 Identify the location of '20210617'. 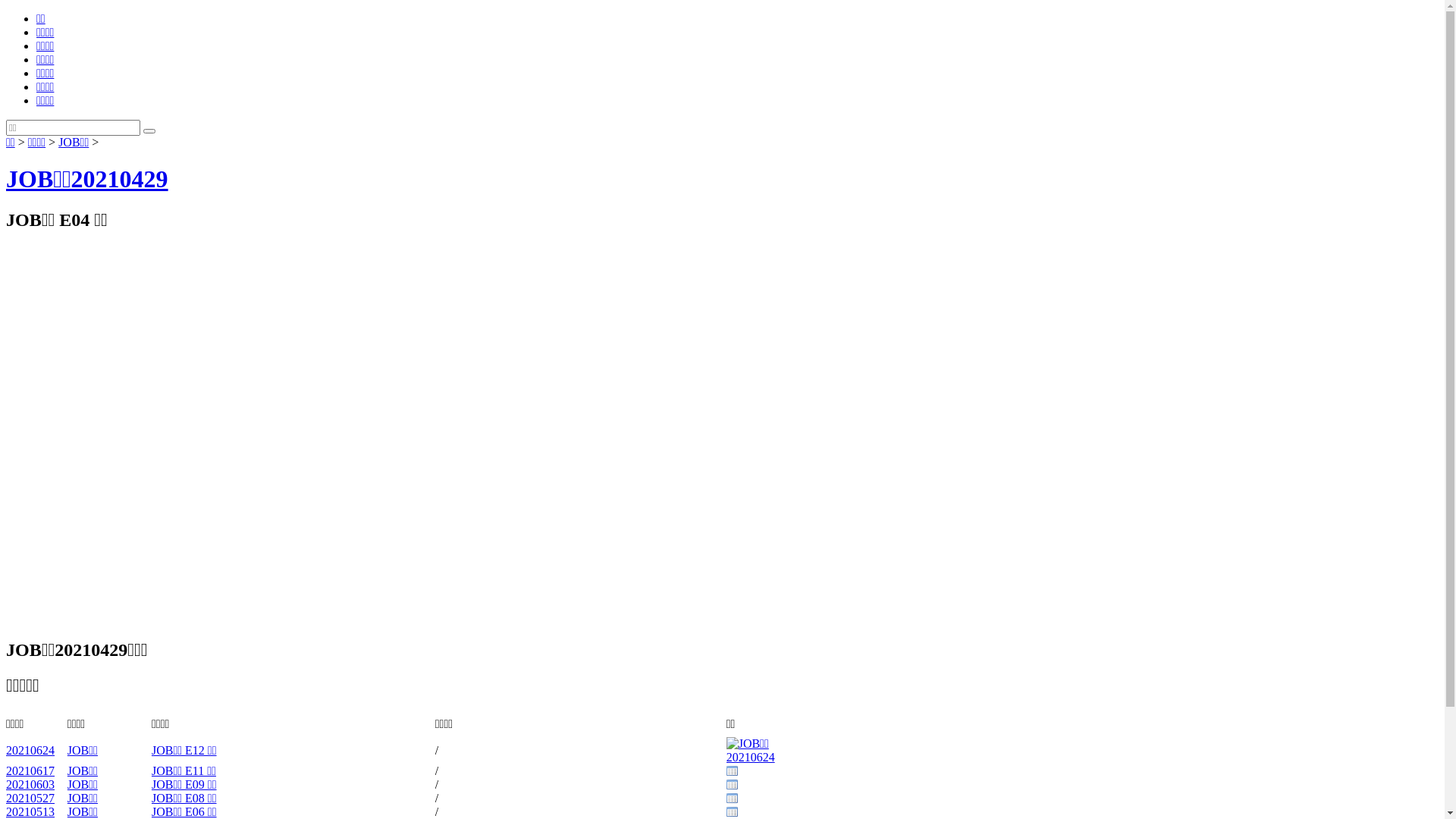
(30, 770).